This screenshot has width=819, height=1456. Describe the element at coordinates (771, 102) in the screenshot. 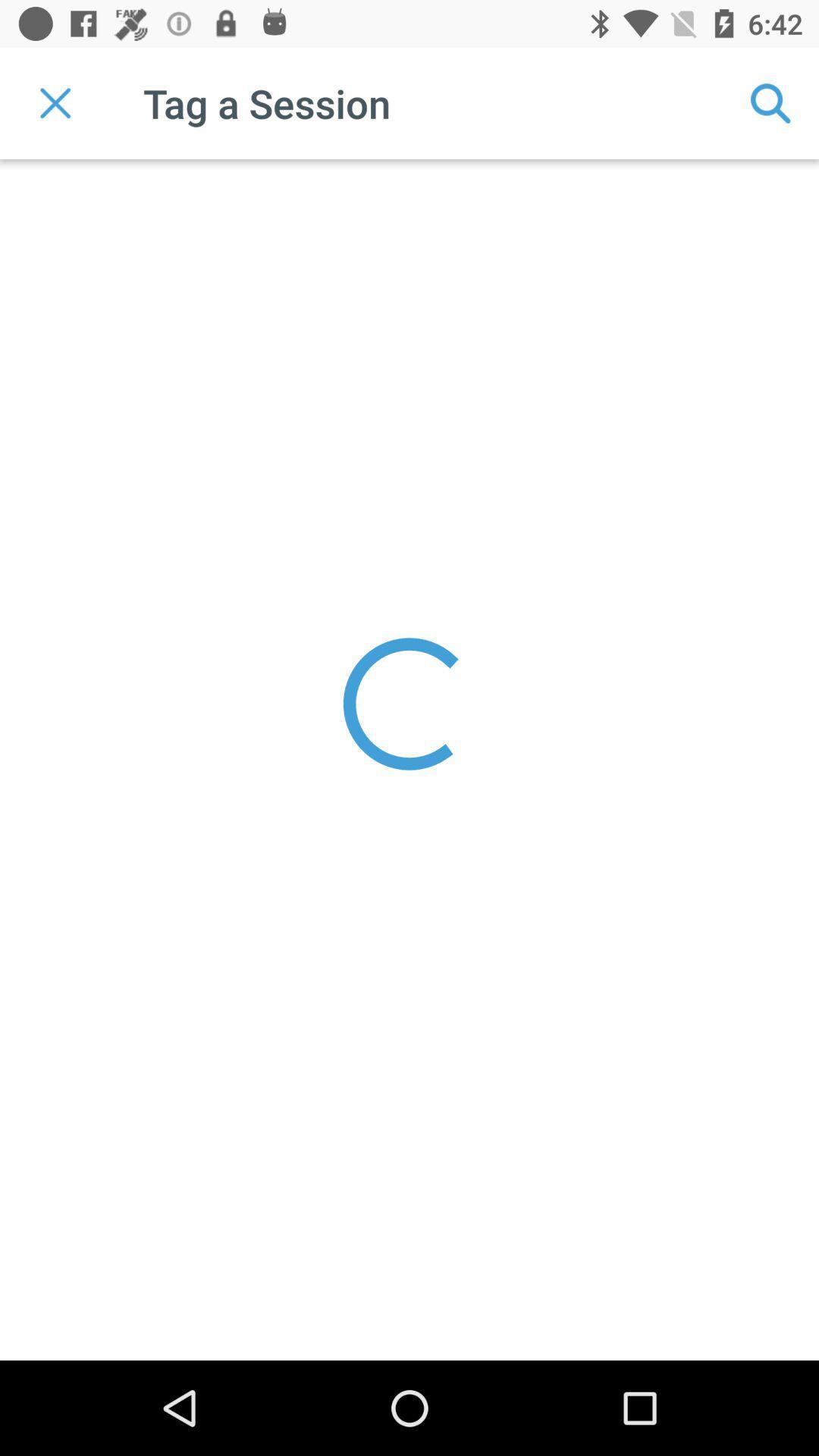

I see `the item at the top right corner` at that location.